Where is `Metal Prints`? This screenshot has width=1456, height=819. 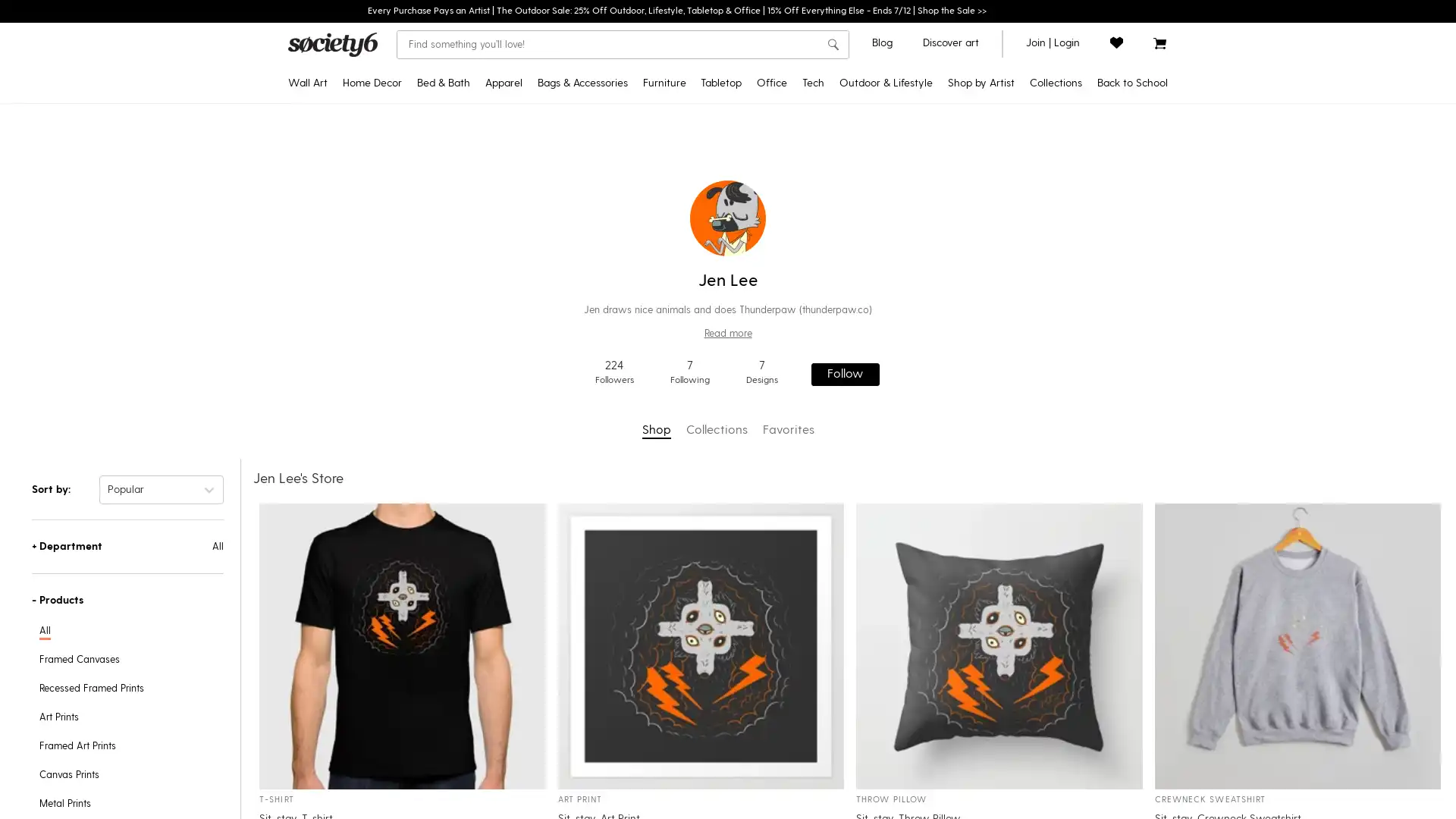 Metal Prints is located at coordinates (356, 315).